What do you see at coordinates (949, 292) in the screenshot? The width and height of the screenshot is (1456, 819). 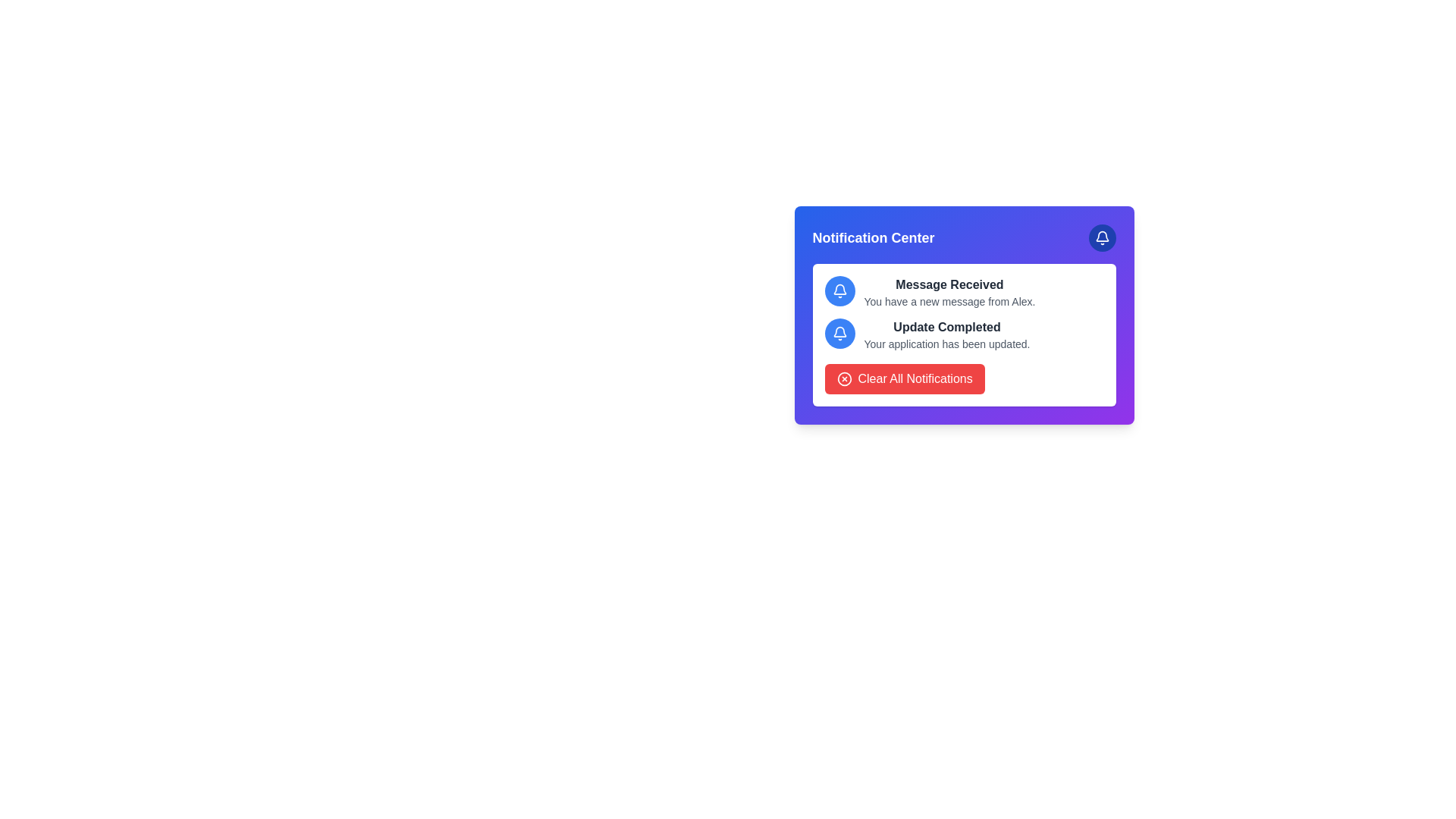 I see `text of the notification component that displays 'Message Received' and 'You have a new message from Alex.'` at bounding box center [949, 292].